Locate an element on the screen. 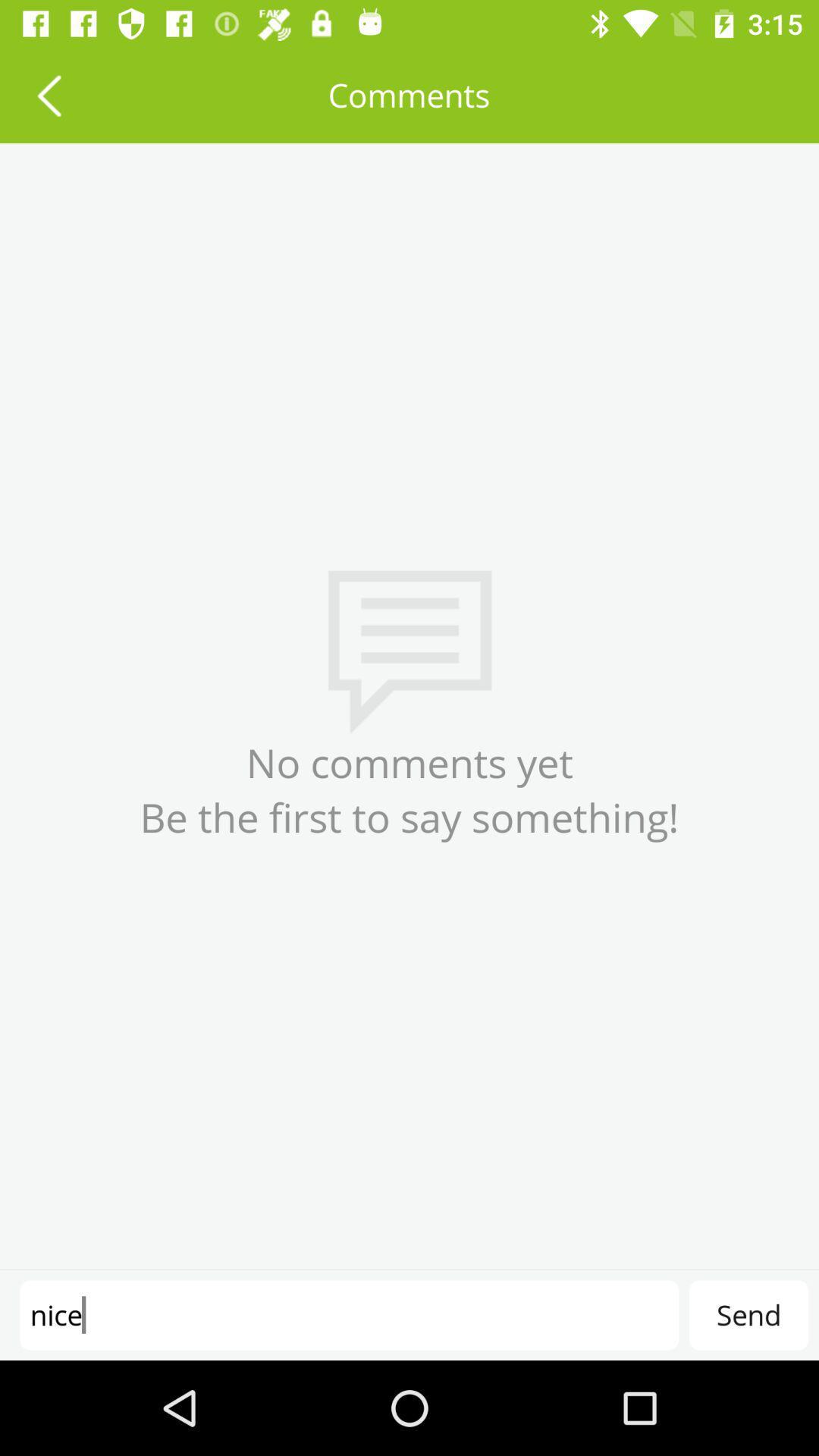  nice icon is located at coordinates (349, 1314).